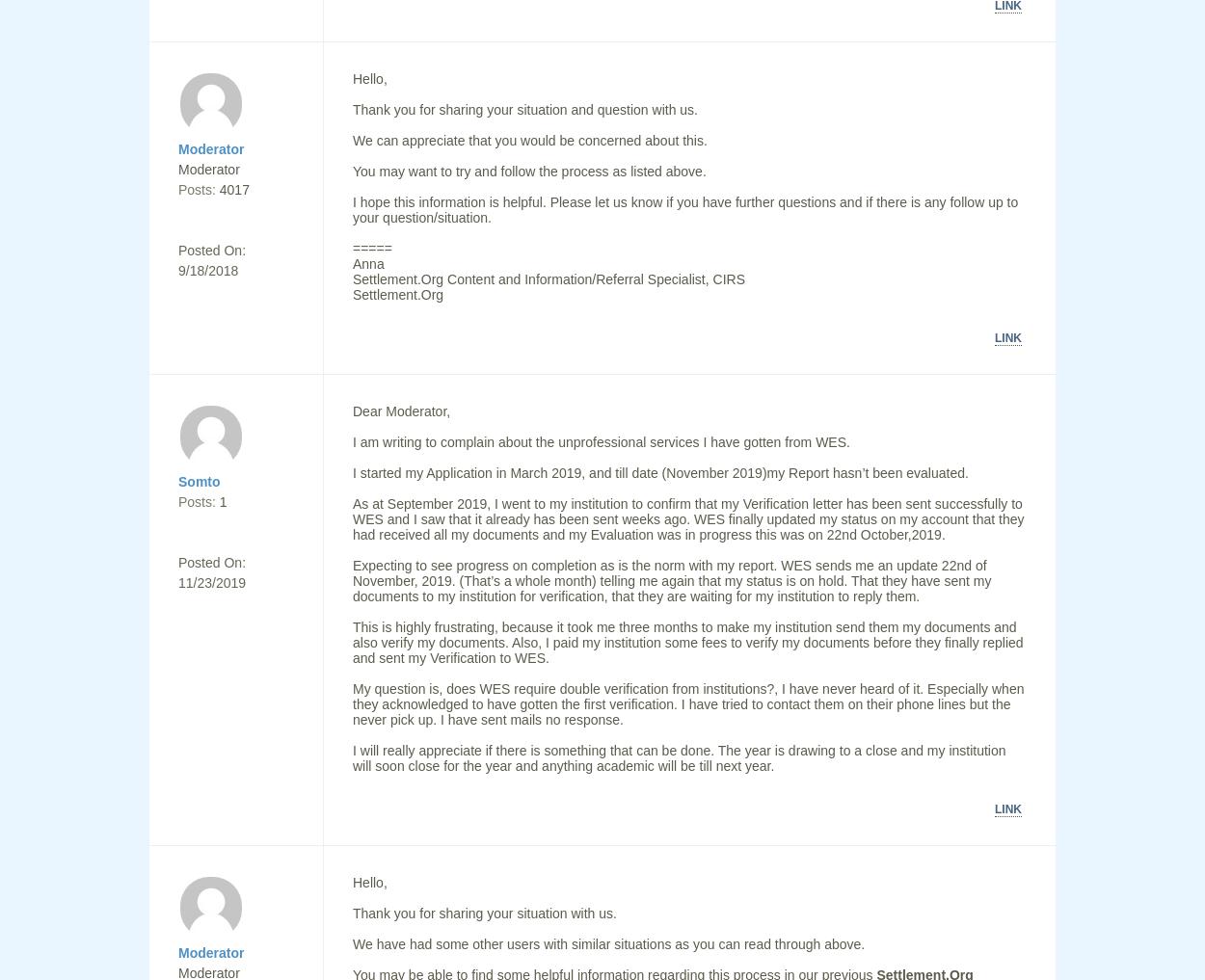  I want to click on 'We have had some other users with similar situations as you can read through above.', so click(608, 943).